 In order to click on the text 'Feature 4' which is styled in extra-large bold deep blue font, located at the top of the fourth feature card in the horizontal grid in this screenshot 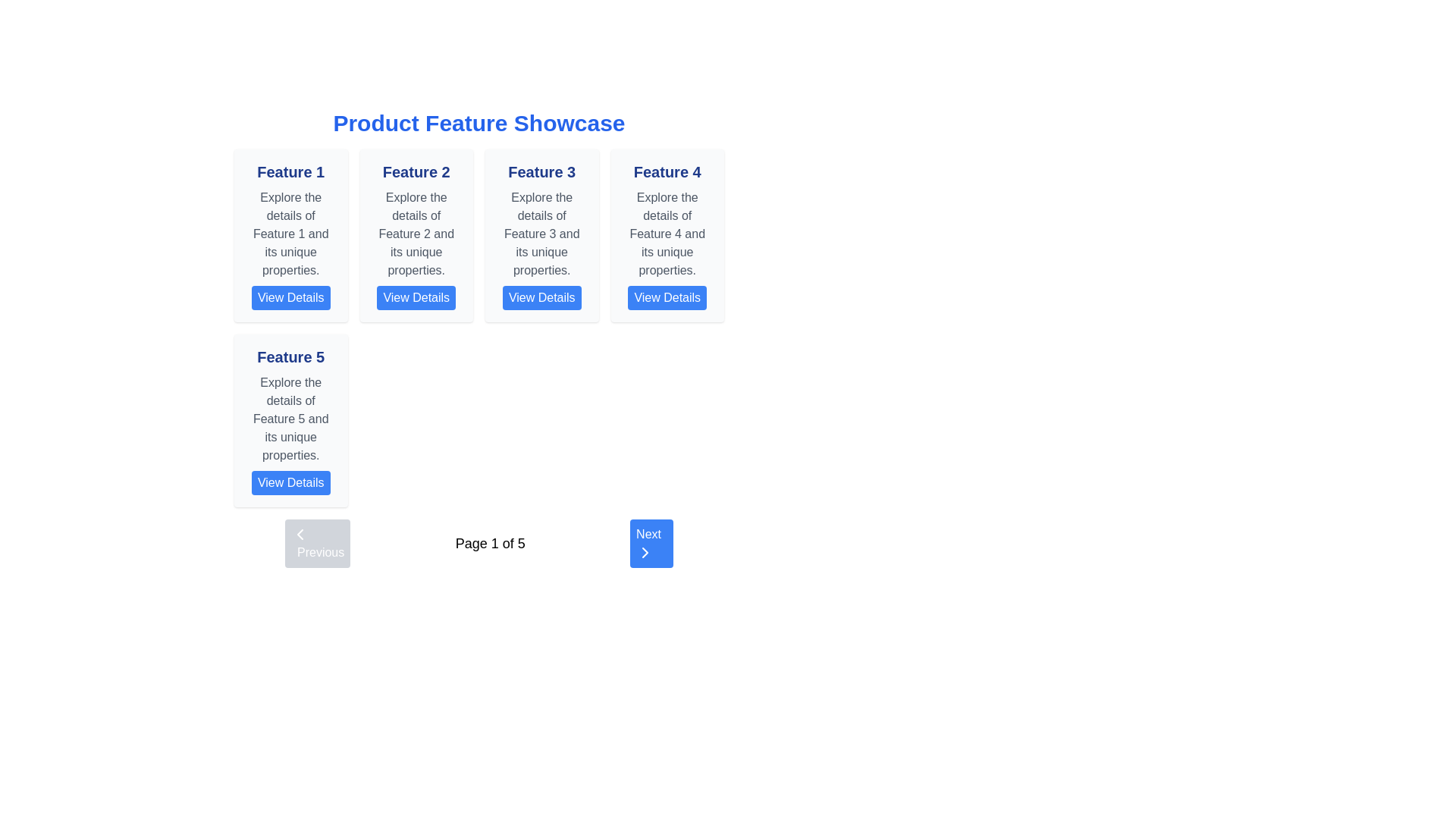, I will do `click(667, 171)`.